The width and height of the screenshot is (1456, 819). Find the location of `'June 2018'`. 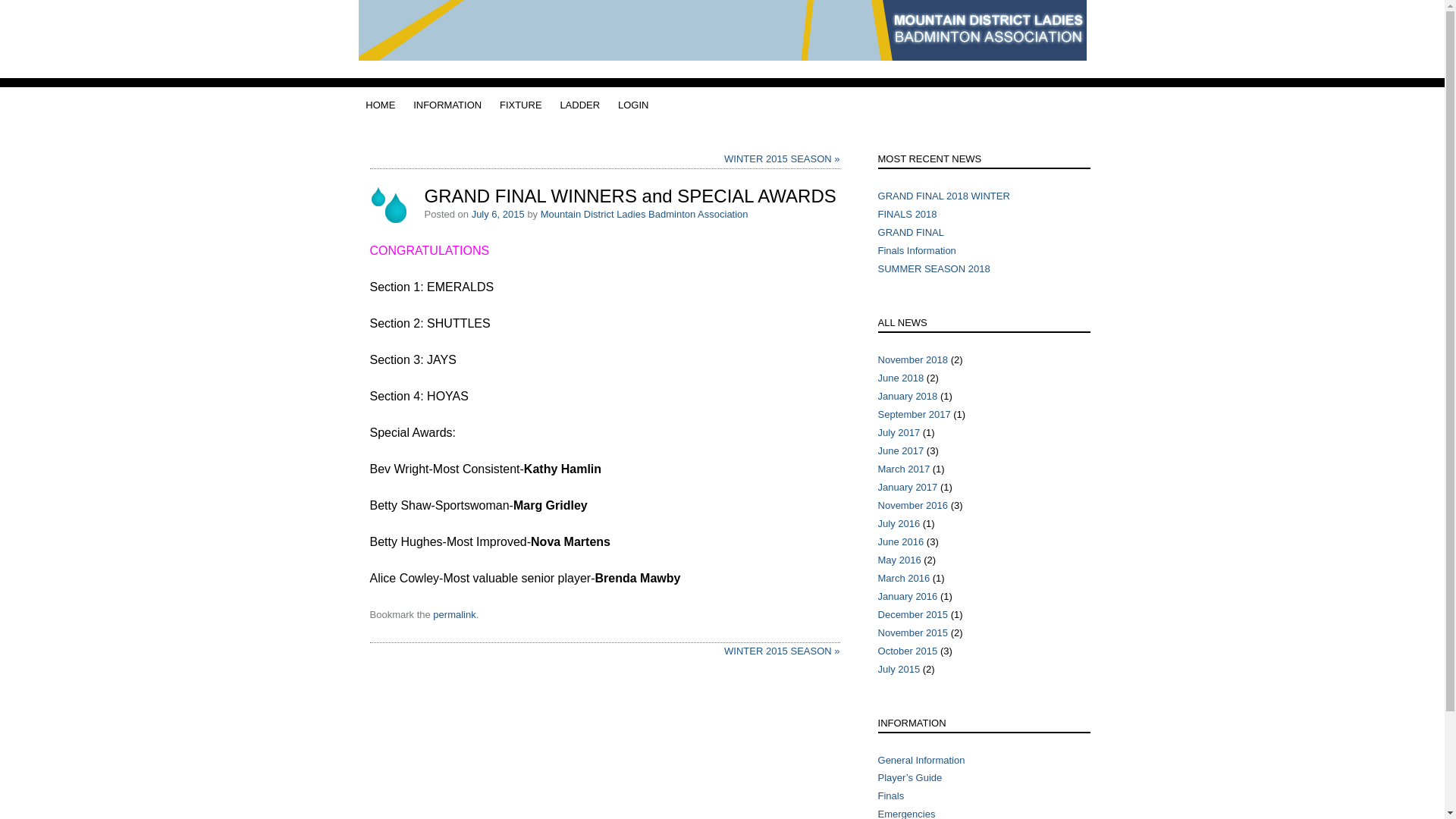

'June 2018' is located at coordinates (901, 377).